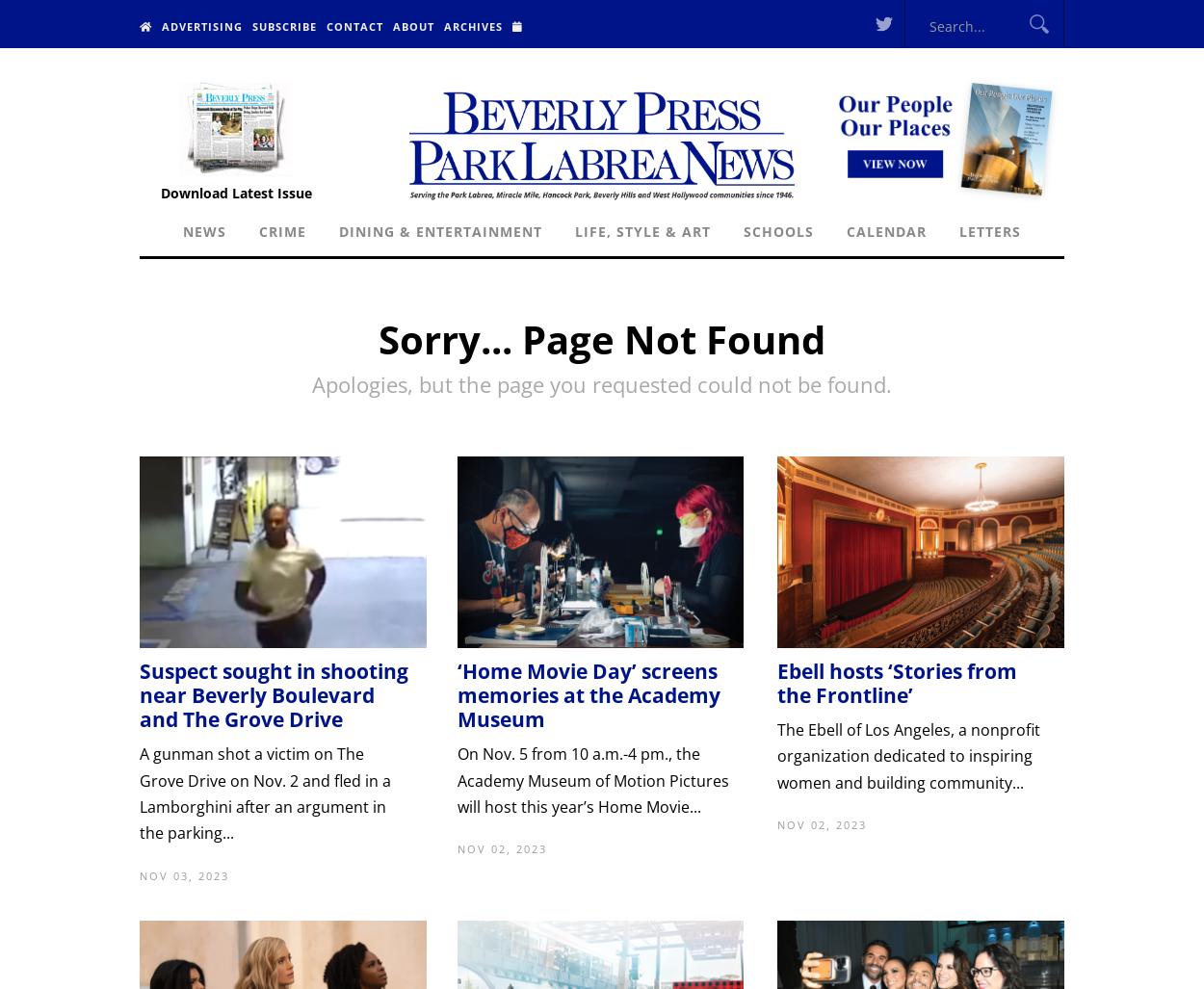  Describe the element at coordinates (587, 694) in the screenshot. I see `'‘Home Movie Day’ screens memories at the Academy Museum'` at that location.